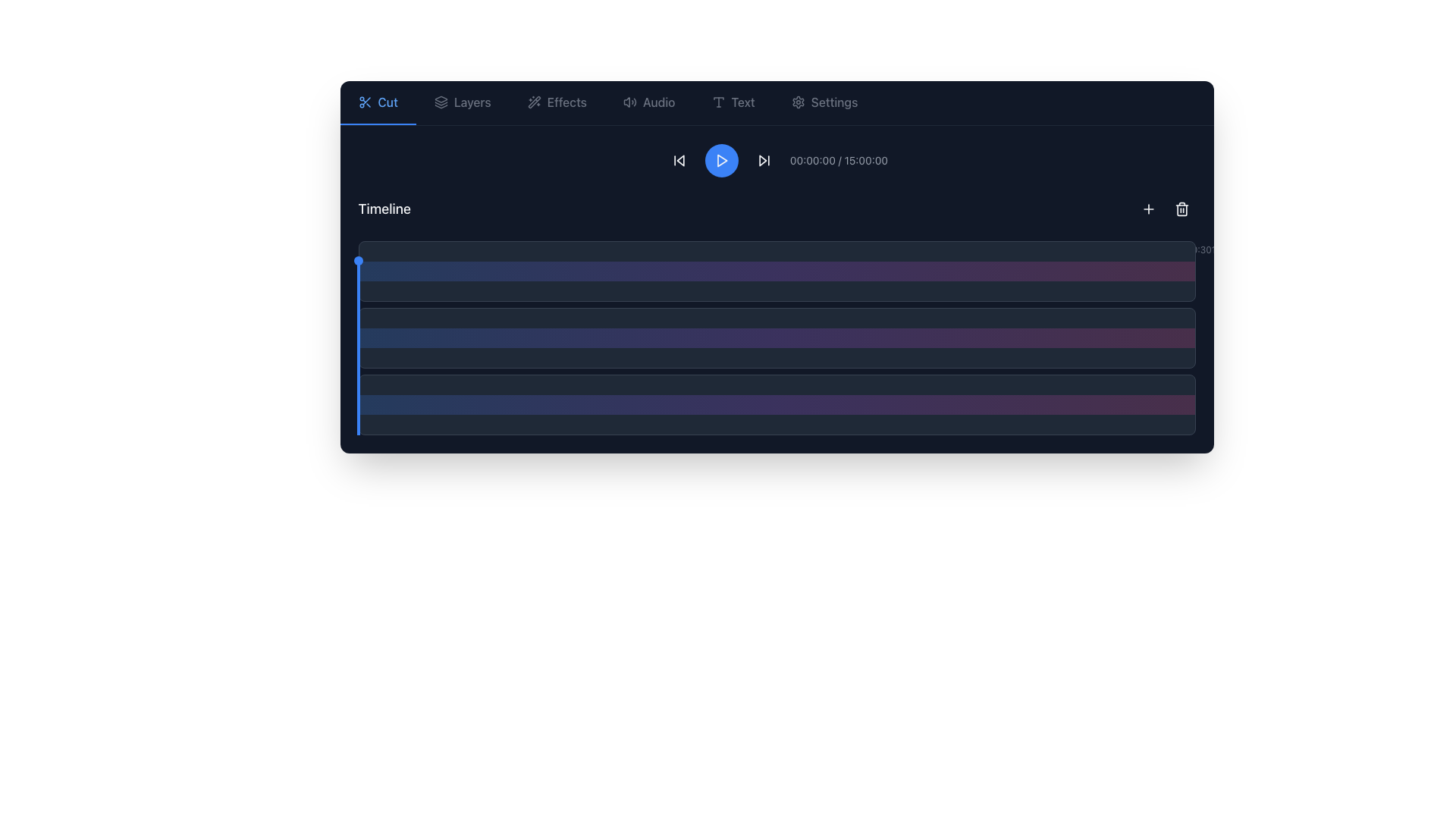 The height and width of the screenshot is (819, 1456). What do you see at coordinates (440, 105) in the screenshot?
I see `the third trapezoid shape in the 'Layers' icon on the top toolbar, which visually represents the layers functionality of the software` at bounding box center [440, 105].